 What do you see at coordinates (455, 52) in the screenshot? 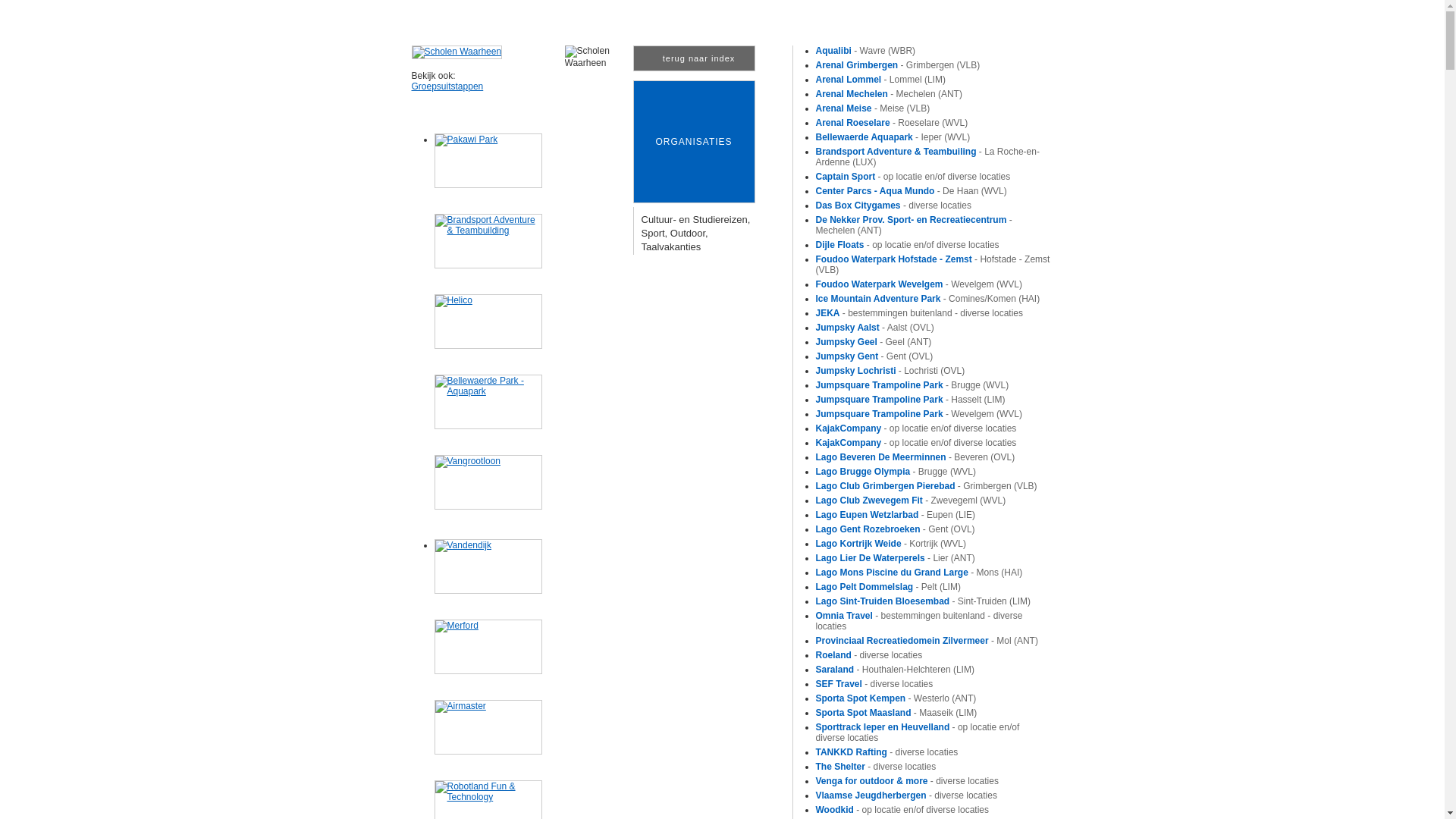
I see `'Scholen Waarheen'` at bounding box center [455, 52].